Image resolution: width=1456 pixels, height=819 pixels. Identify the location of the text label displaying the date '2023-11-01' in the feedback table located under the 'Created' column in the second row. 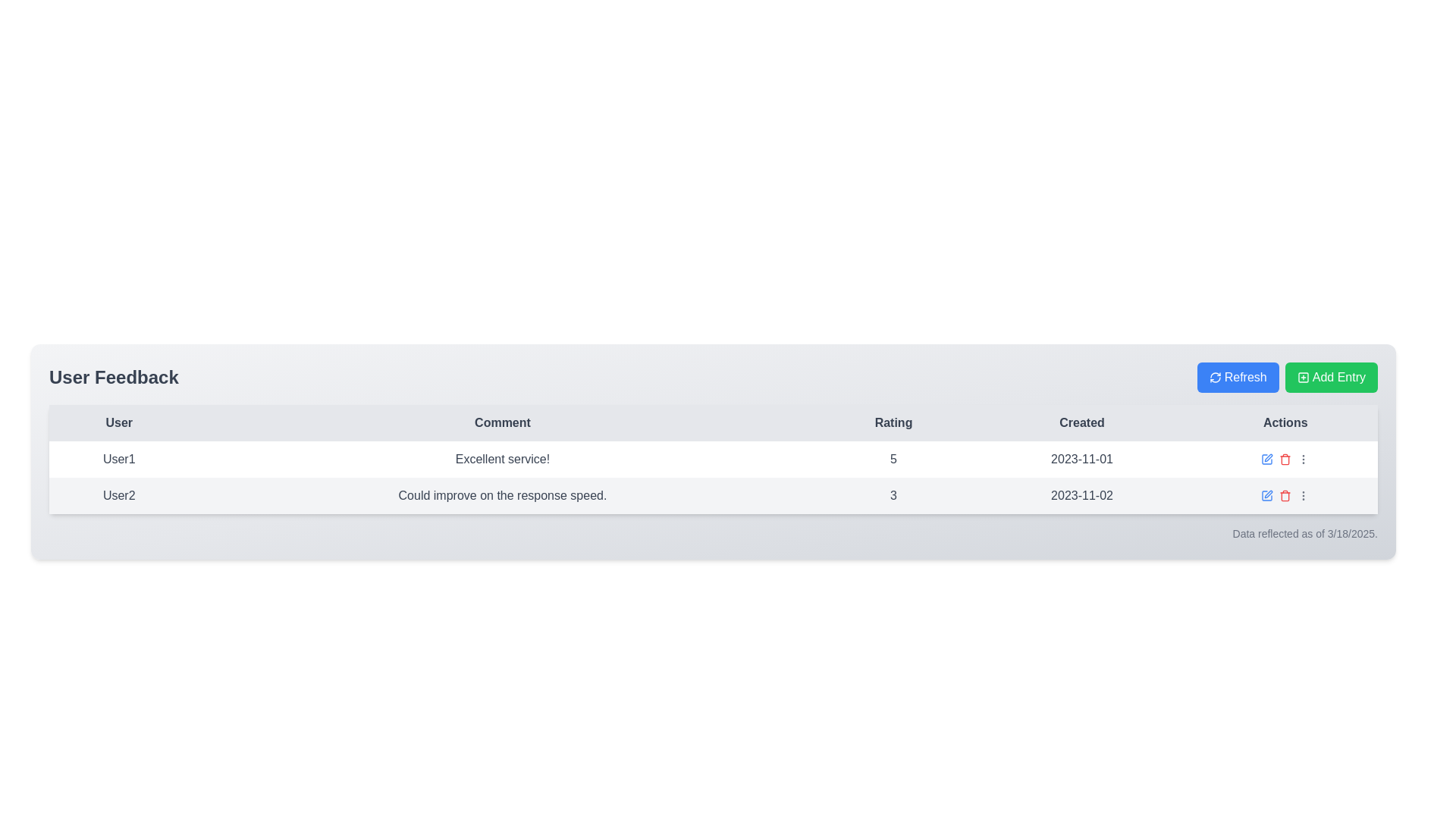
(1081, 458).